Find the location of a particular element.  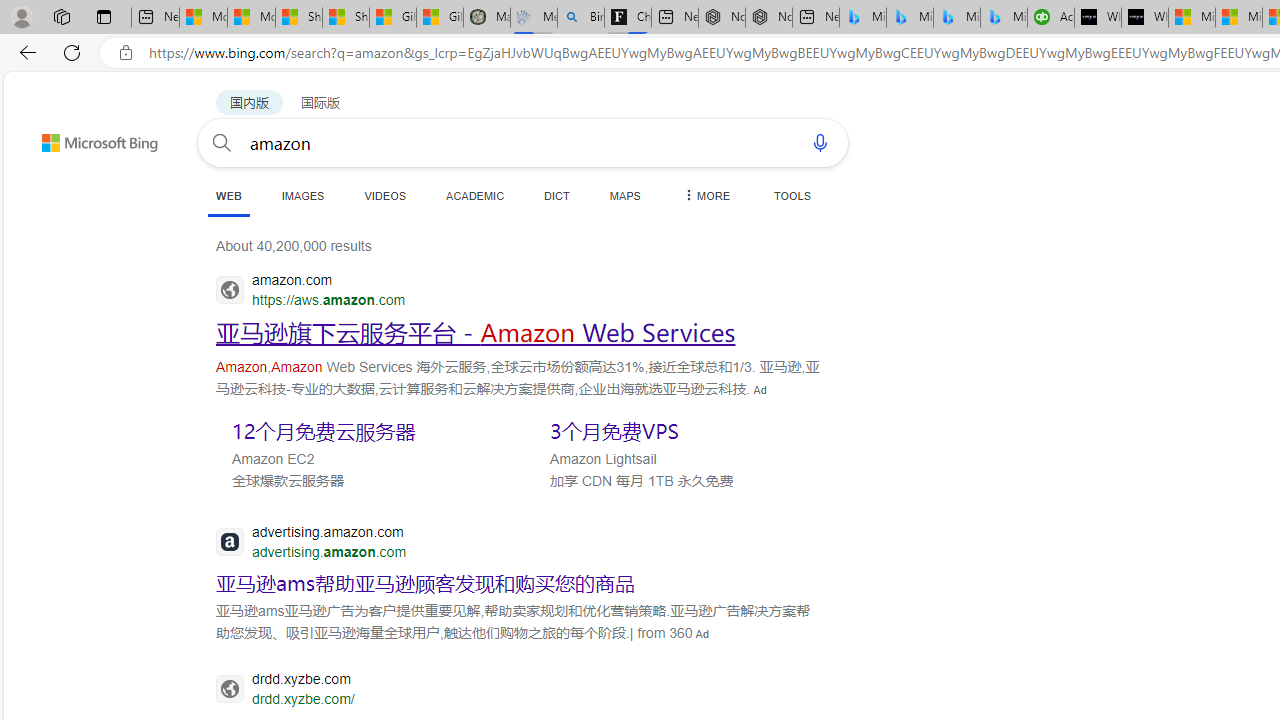

'Manatee Mortality Statistics | FWC' is located at coordinates (486, 17).